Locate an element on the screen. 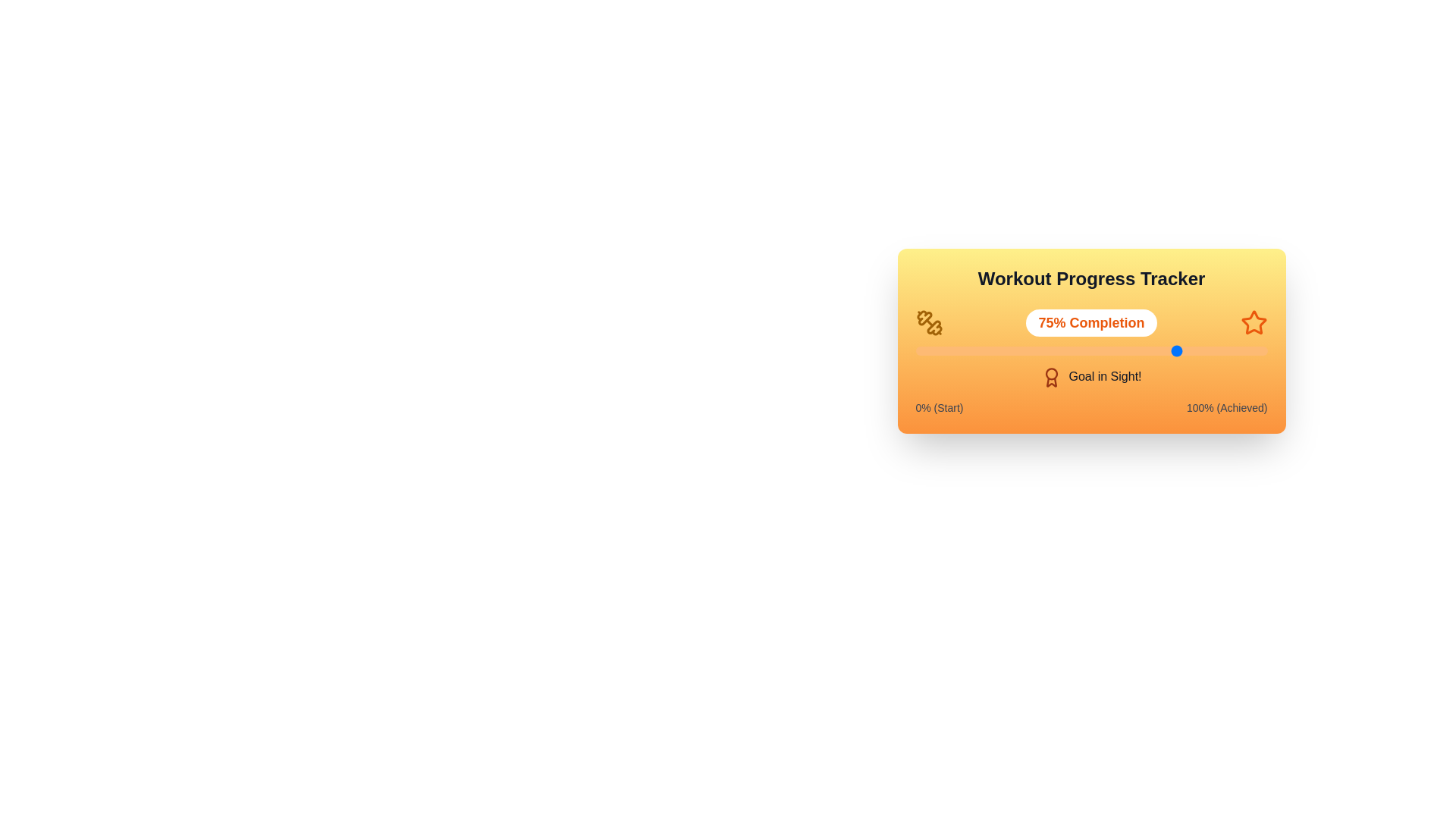 The height and width of the screenshot is (819, 1456). the progress slider to 78% is located at coordinates (1189, 350).